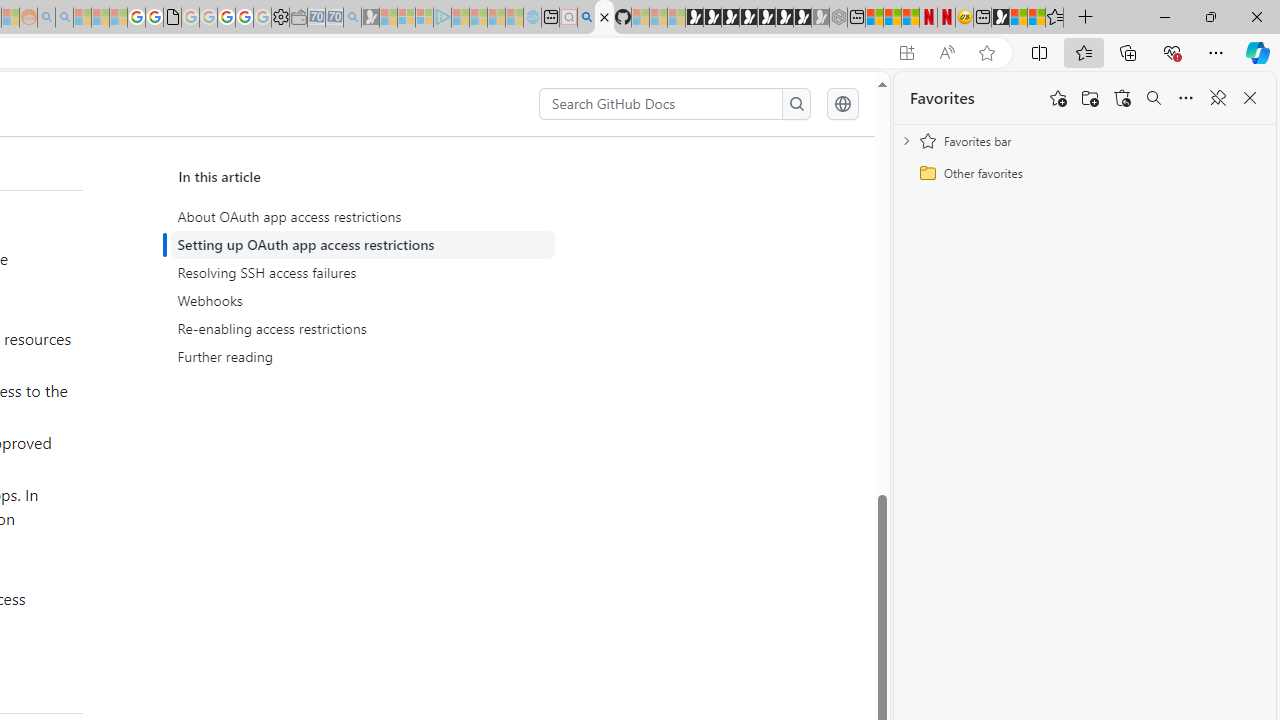 This screenshot has height=720, width=1280. What do you see at coordinates (1249, 98) in the screenshot?
I see `'Close favorites'` at bounding box center [1249, 98].